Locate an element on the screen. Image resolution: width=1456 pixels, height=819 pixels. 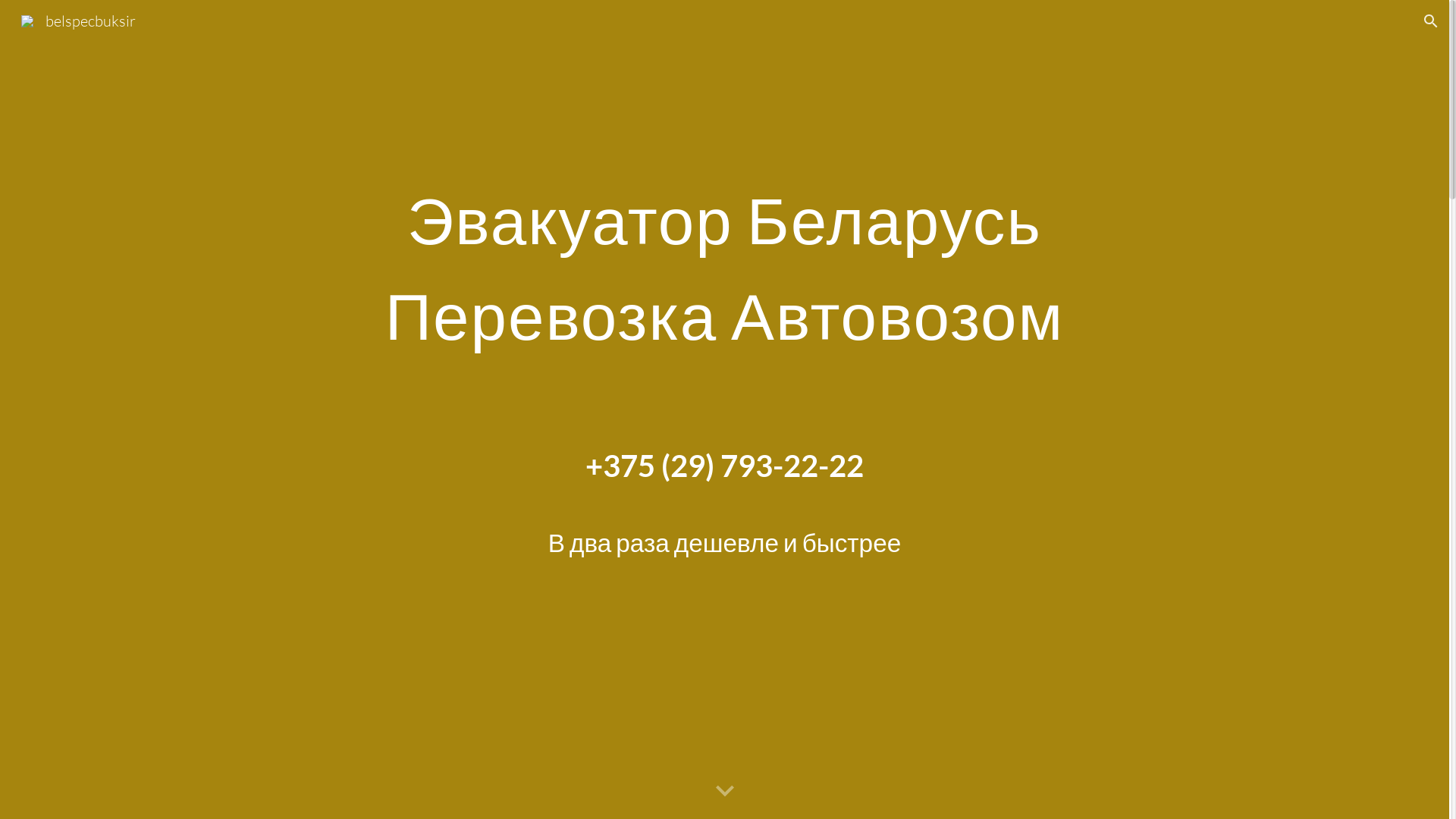
'belspecbuksir' is located at coordinates (77, 19).